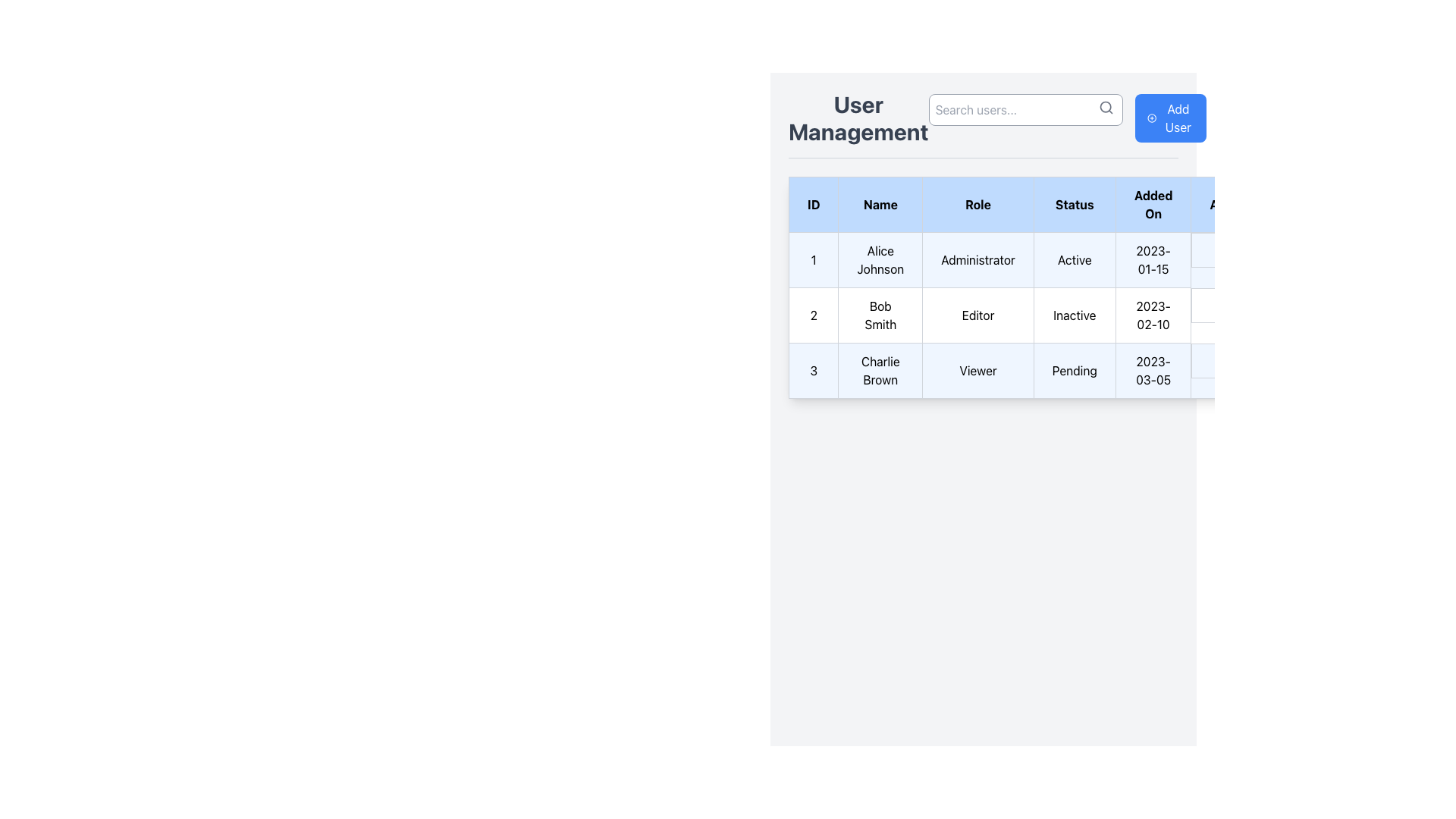 The image size is (1456, 819). Describe the element at coordinates (1153, 205) in the screenshot. I see `the 'Added On' column header in the table, which is the fifth header located between 'Status' and 'Actions'` at that location.